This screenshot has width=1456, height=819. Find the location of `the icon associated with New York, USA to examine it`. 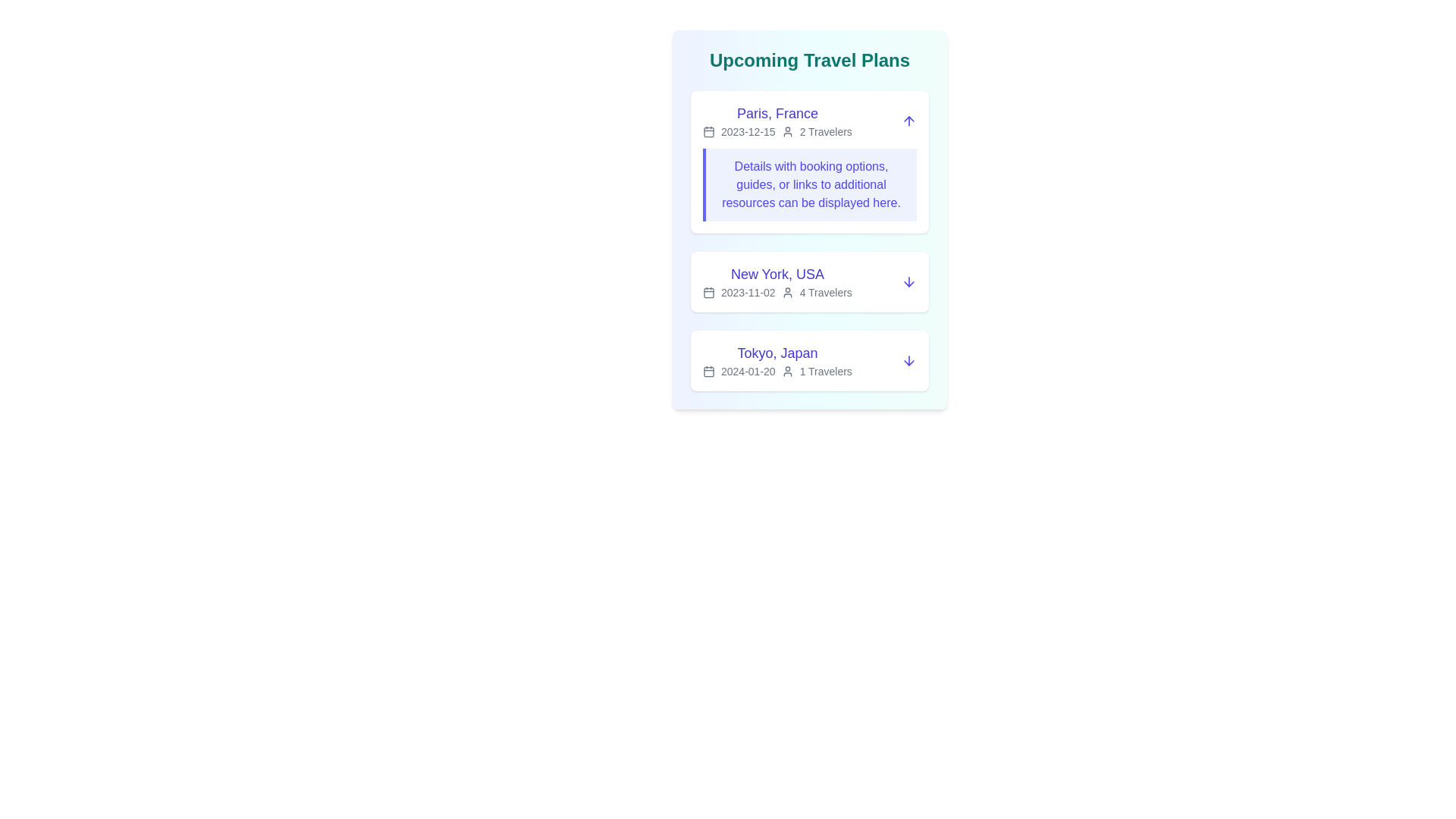

the icon associated with New York, USA to examine it is located at coordinates (708, 292).